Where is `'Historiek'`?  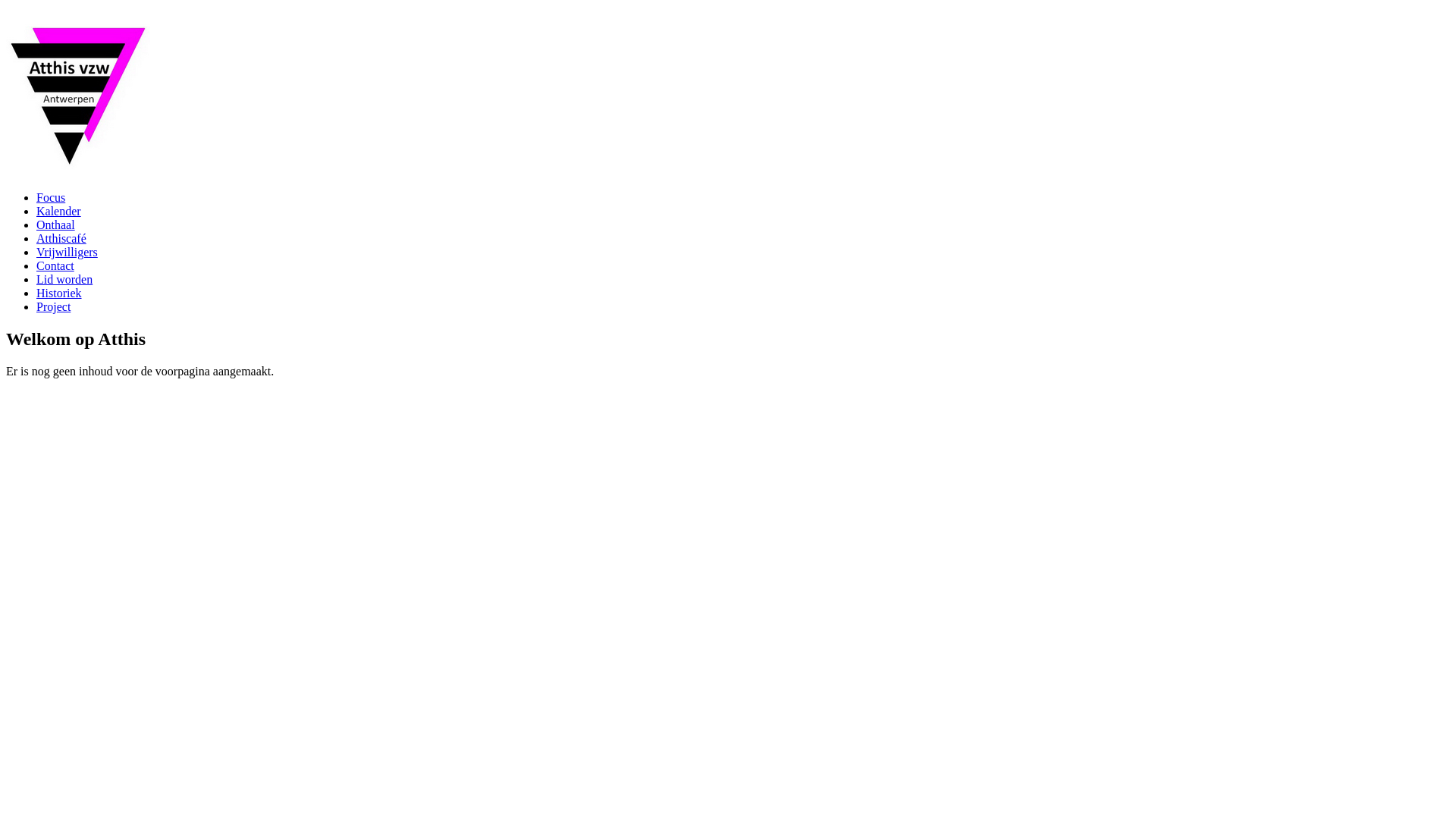 'Historiek' is located at coordinates (36, 293).